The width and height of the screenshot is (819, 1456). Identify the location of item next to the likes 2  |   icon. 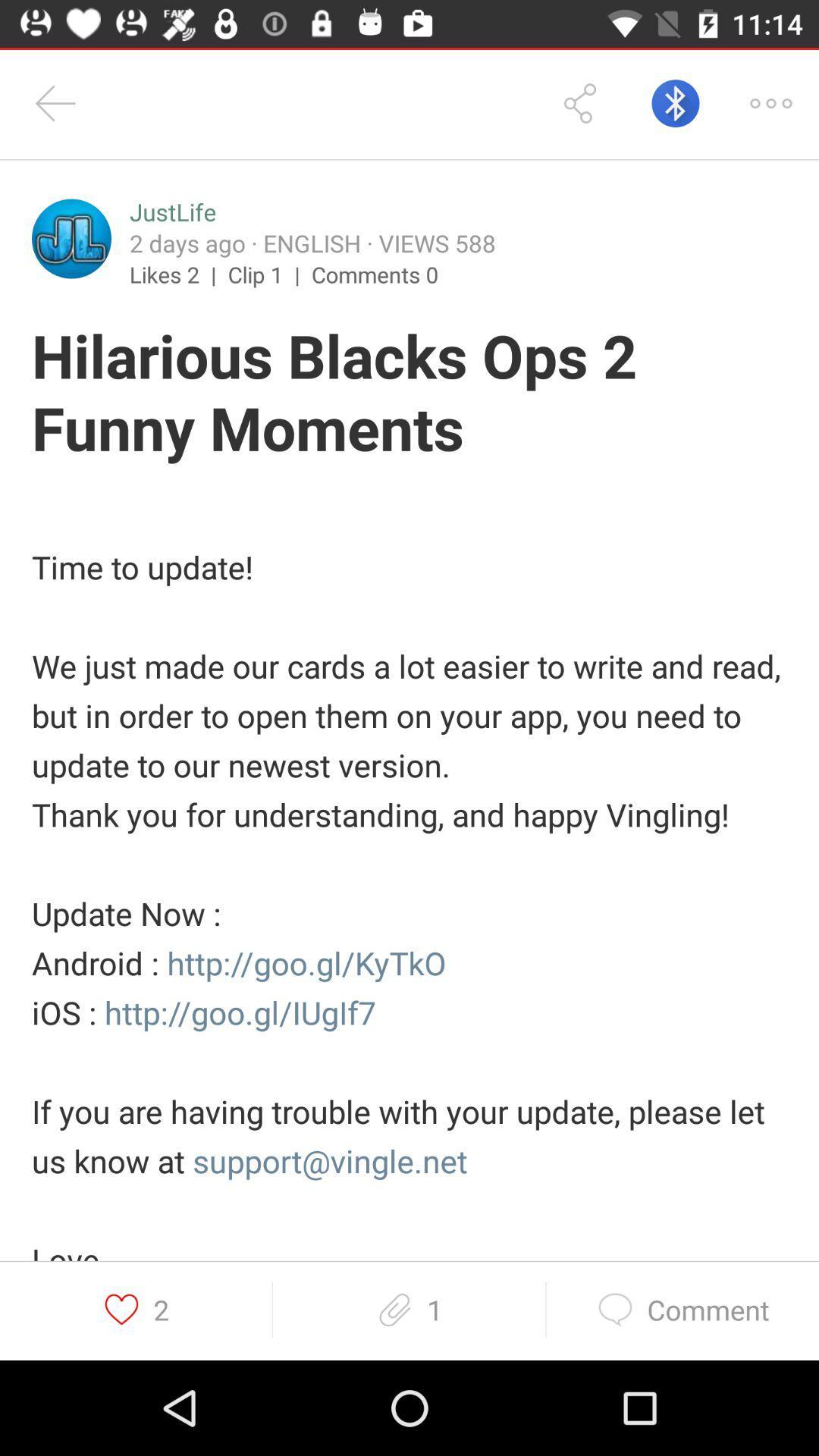
(268, 274).